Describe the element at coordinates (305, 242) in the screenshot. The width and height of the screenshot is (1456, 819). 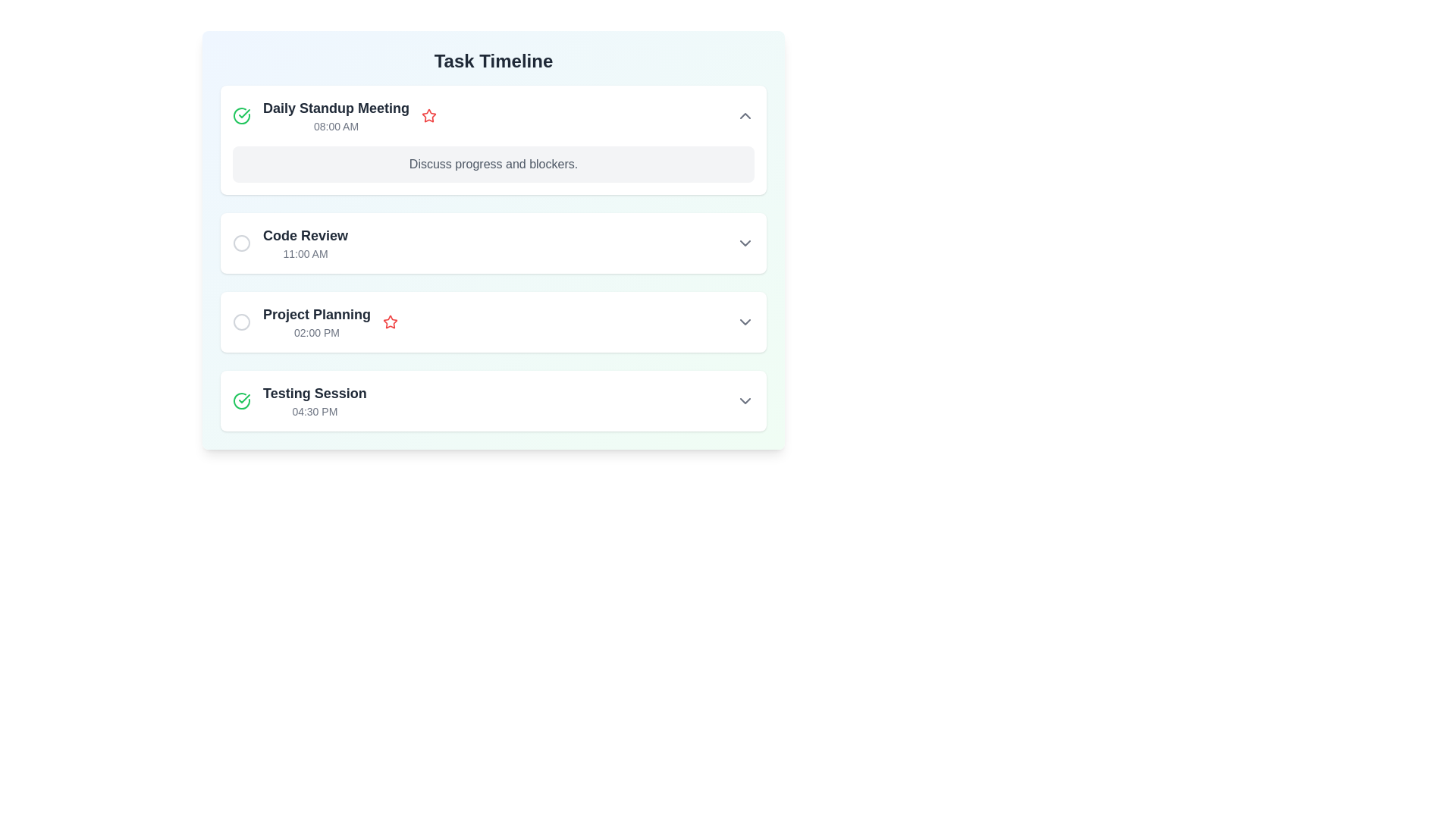
I see `text from the Text block titled 'Code Review' which displays 'Code Review' in bold and '11:00 AM' in a smaller font beneath it` at that location.